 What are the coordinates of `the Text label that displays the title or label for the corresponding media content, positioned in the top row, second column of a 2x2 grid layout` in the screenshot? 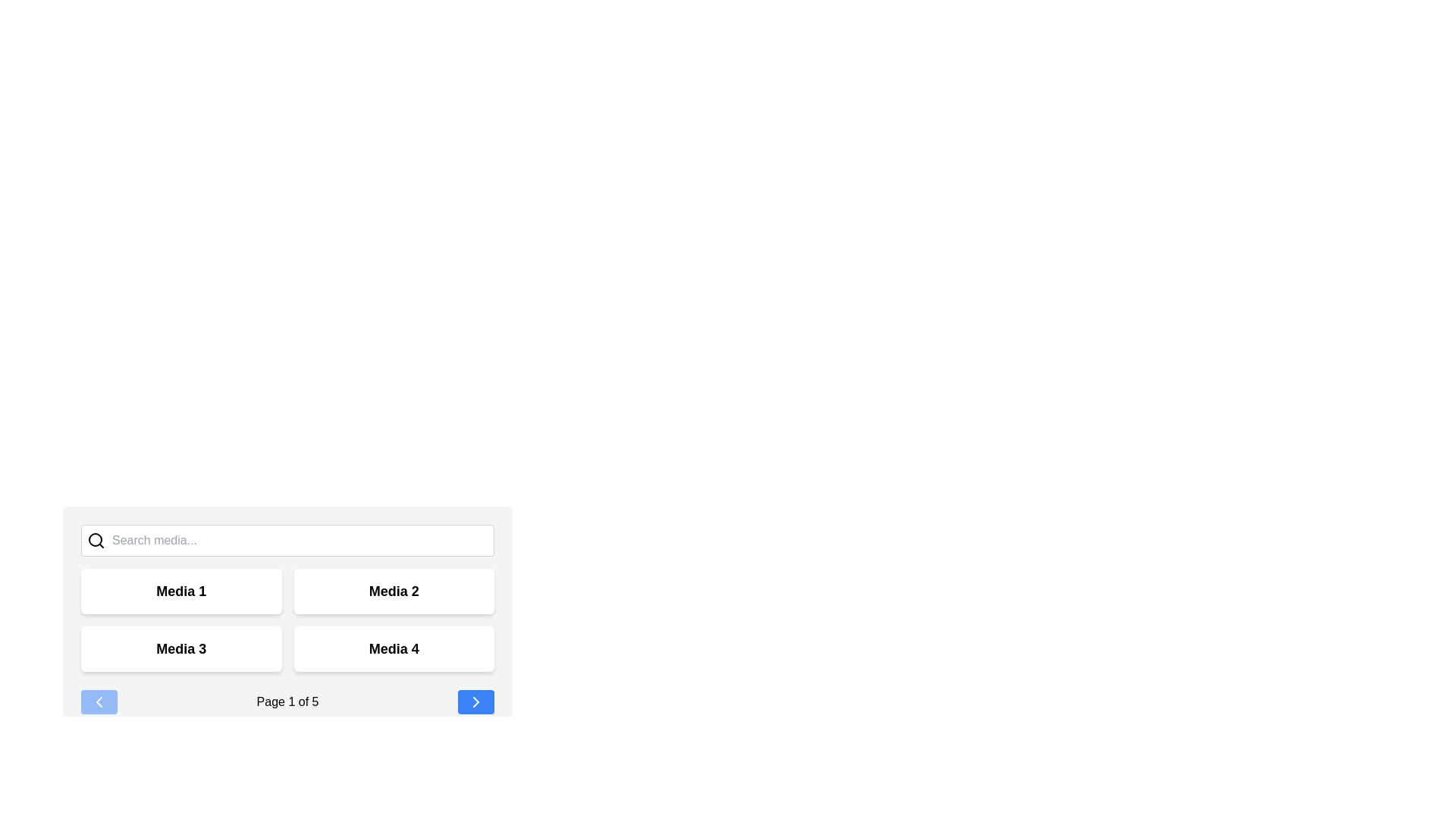 It's located at (394, 590).